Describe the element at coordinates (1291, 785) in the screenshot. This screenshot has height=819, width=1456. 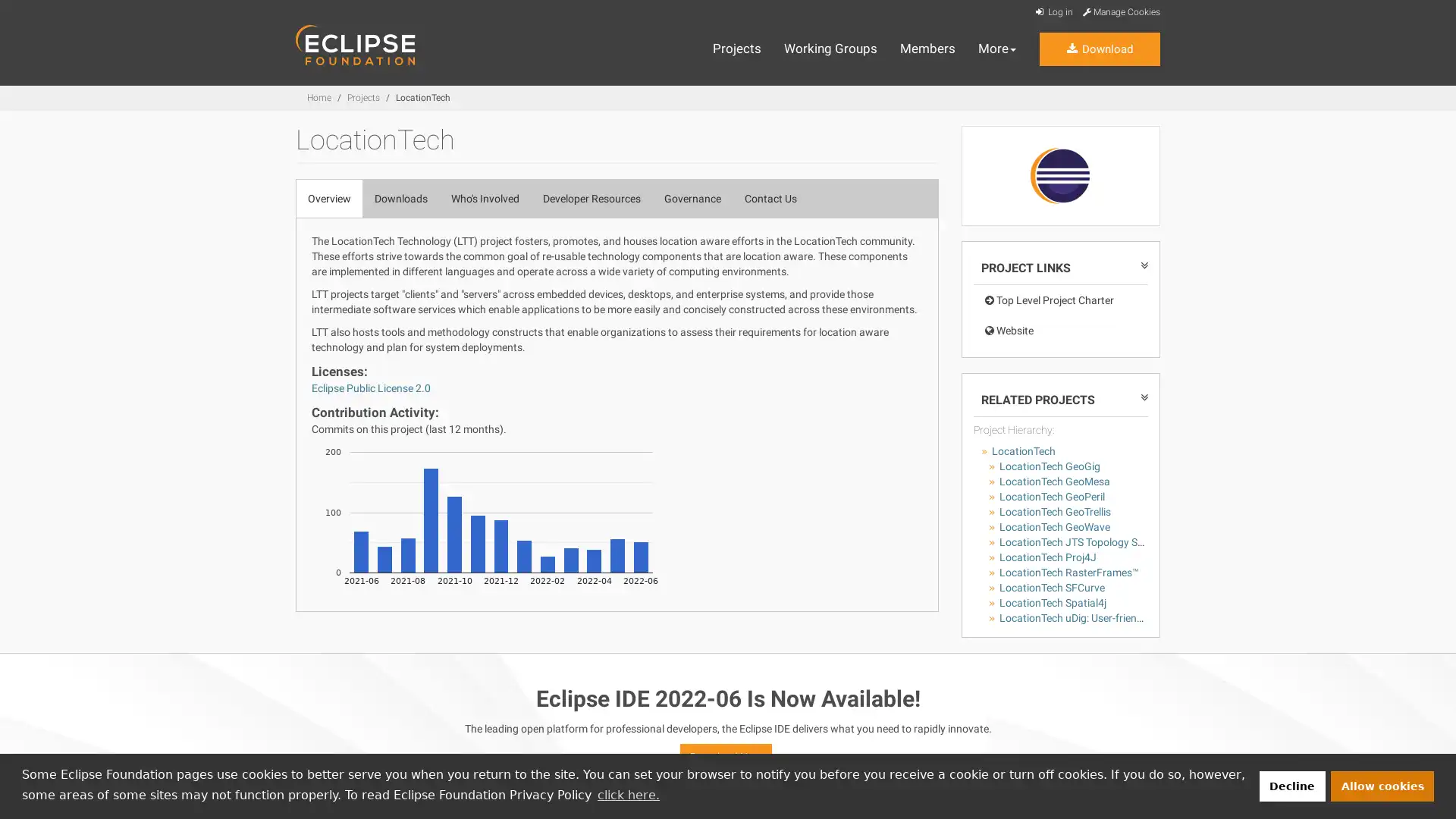
I see `deny cookies` at that location.